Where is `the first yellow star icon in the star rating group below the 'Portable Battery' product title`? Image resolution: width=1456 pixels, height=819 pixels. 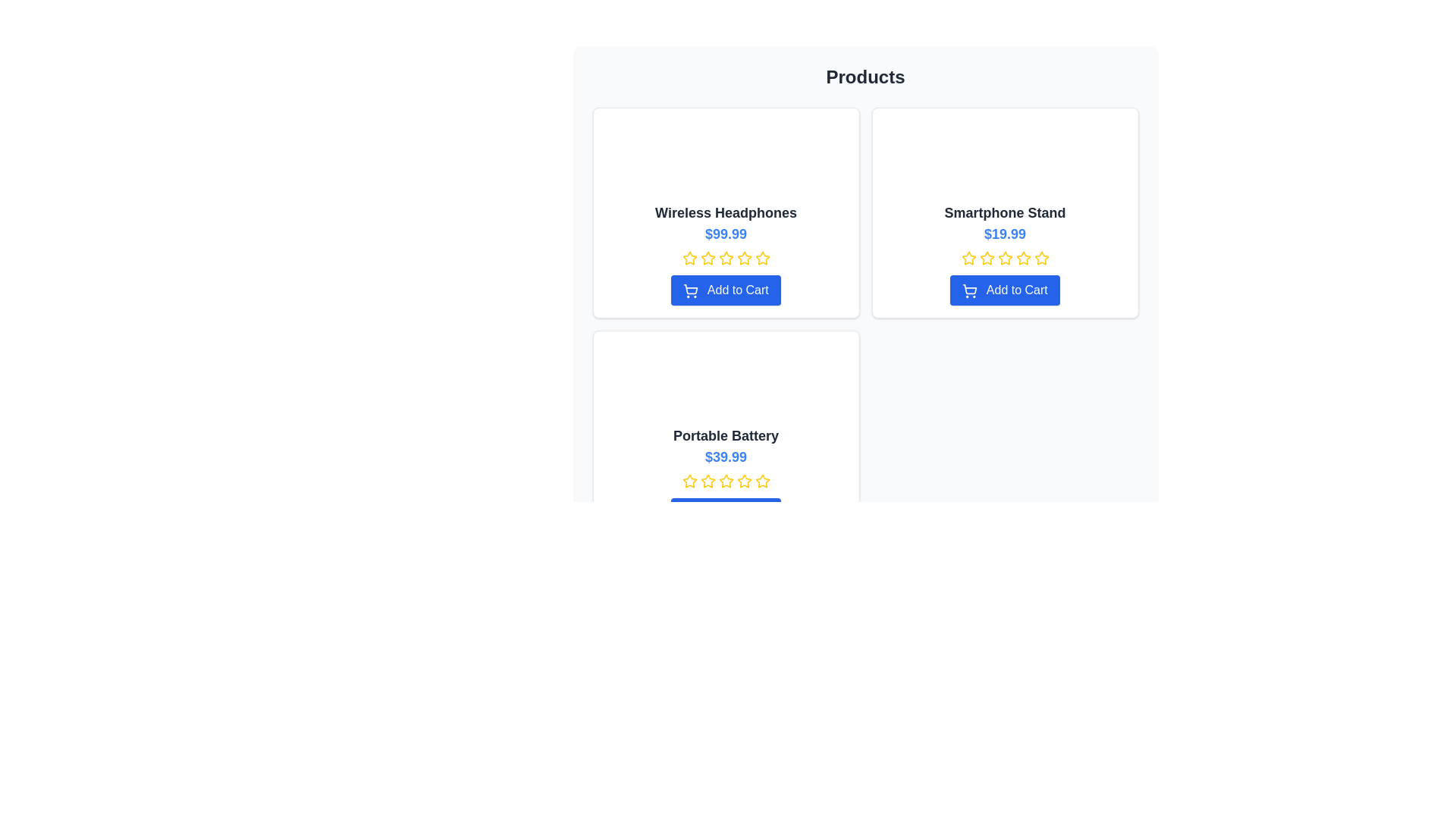
the first yellow star icon in the star rating group below the 'Portable Battery' product title is located at coordinates (689, 482).